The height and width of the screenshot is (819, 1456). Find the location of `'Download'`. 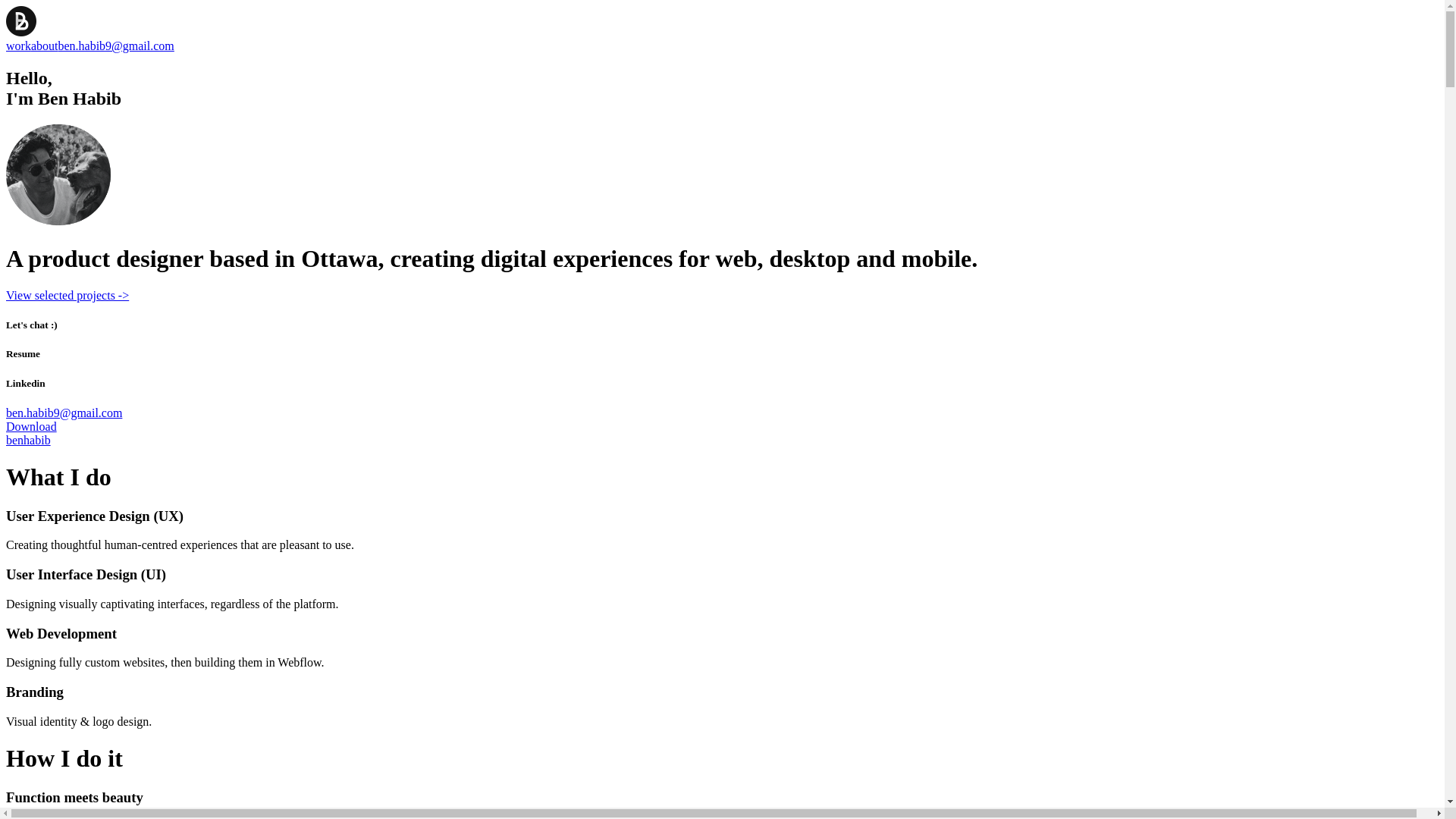

'Download' is located at coordinates (6, 426).